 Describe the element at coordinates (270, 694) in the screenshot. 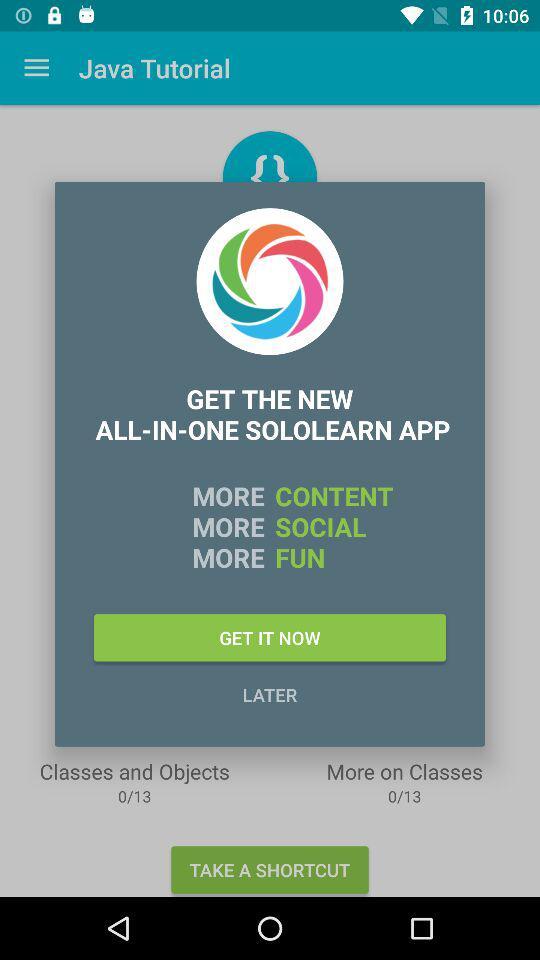

I see `later item` at that location.